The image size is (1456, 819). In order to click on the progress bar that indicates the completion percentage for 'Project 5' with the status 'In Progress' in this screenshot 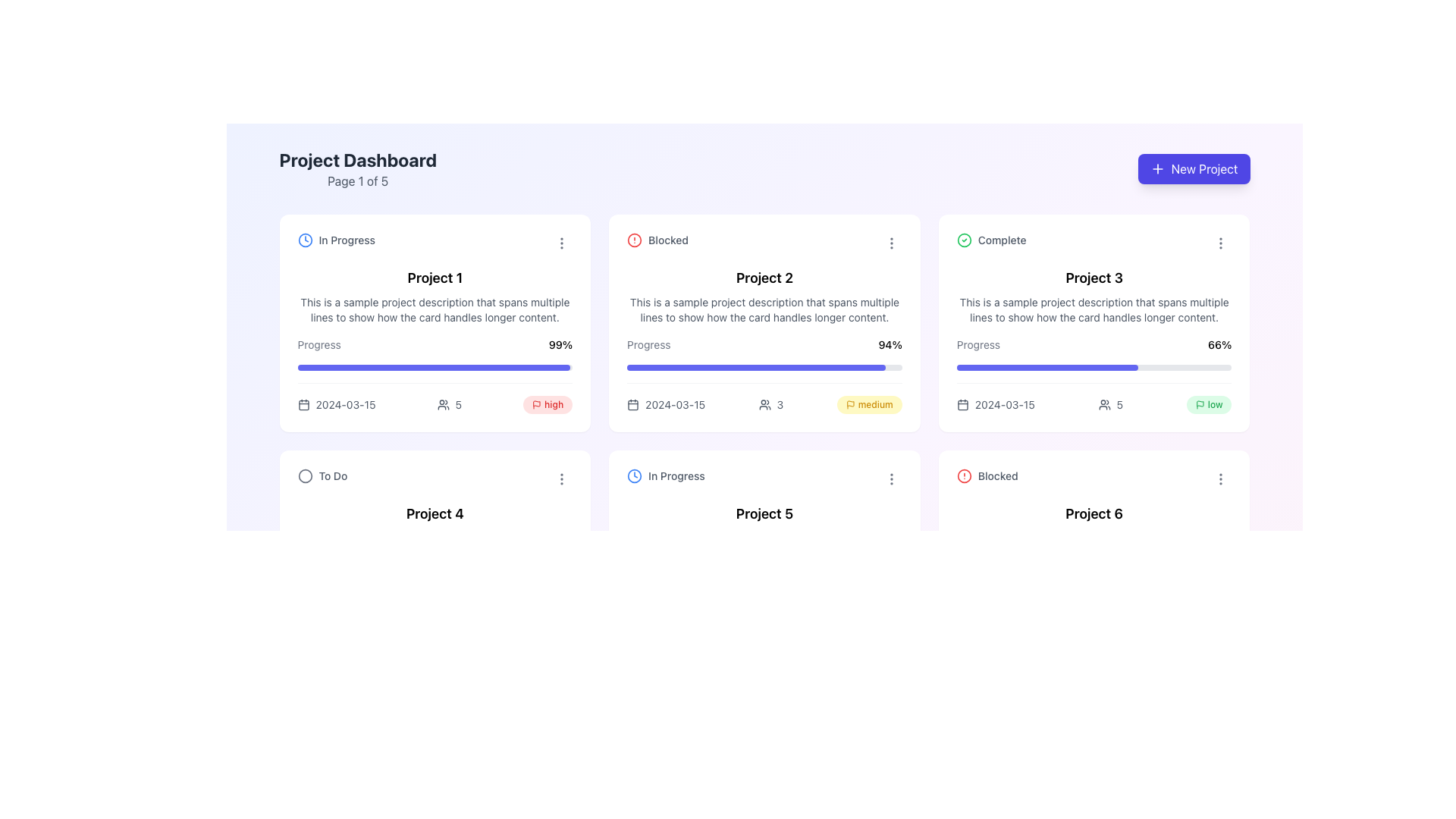, I will do `click(764, 602)`.